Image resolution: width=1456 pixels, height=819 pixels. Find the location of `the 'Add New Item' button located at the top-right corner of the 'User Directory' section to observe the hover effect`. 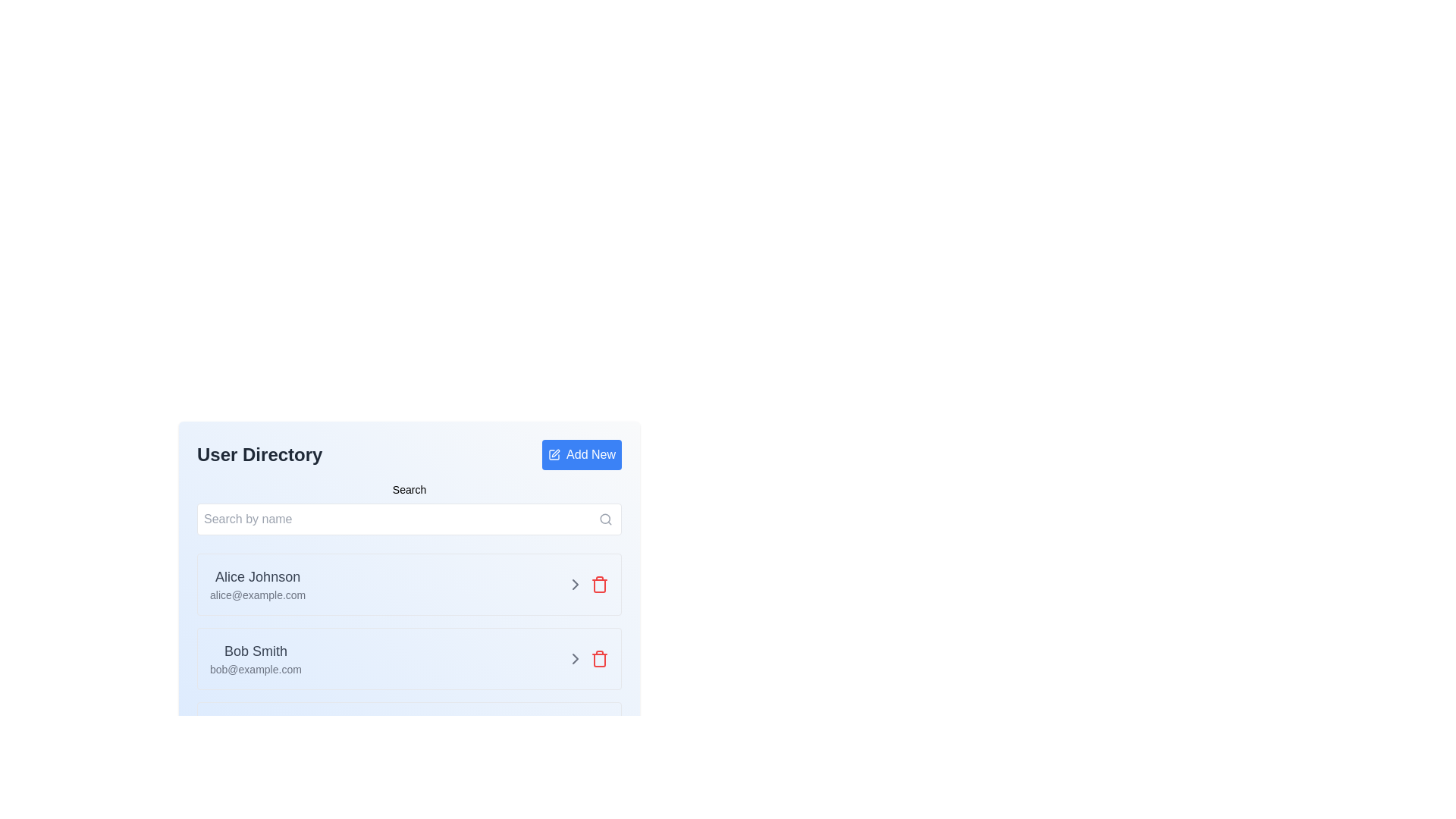

the 'Add New Item' button located at the top-right corner of the 'User Directory' section to observe the hover effect is located at coordinates (581, 454).